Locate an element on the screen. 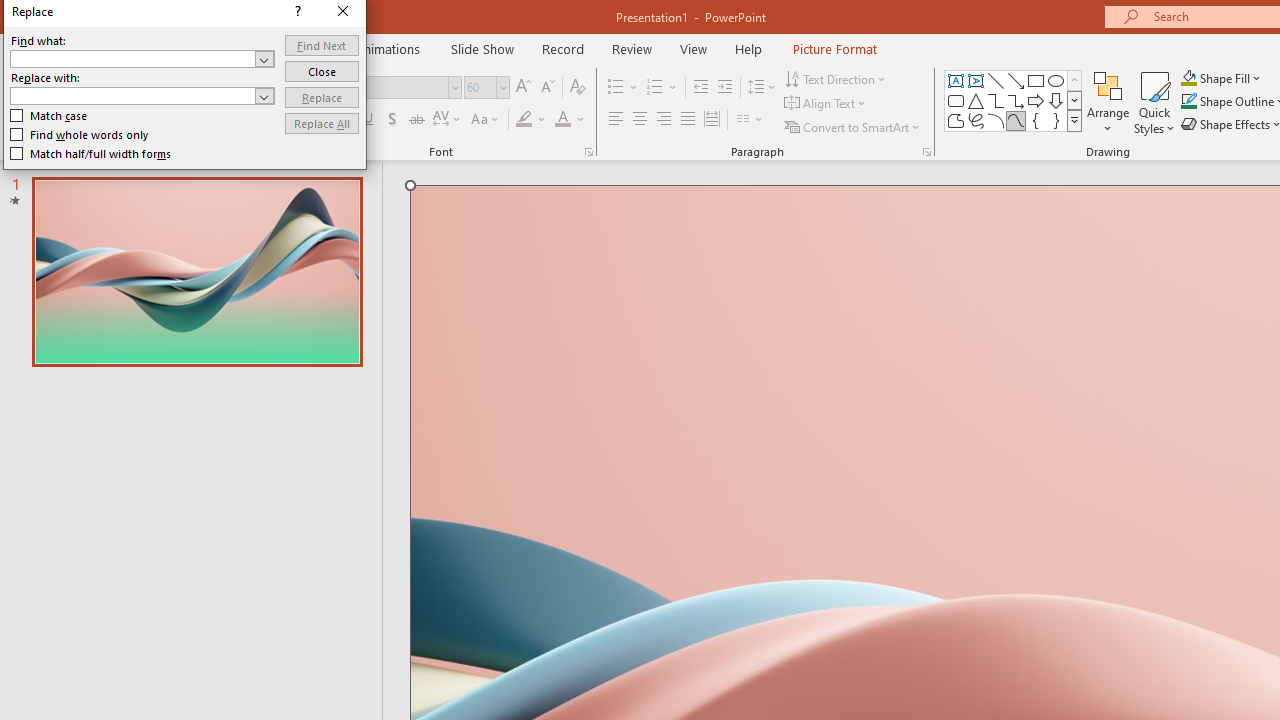 Image resolution: width=1280 pixels, height=720 pixels. 'Font...' is located at coordinates (587, 150).